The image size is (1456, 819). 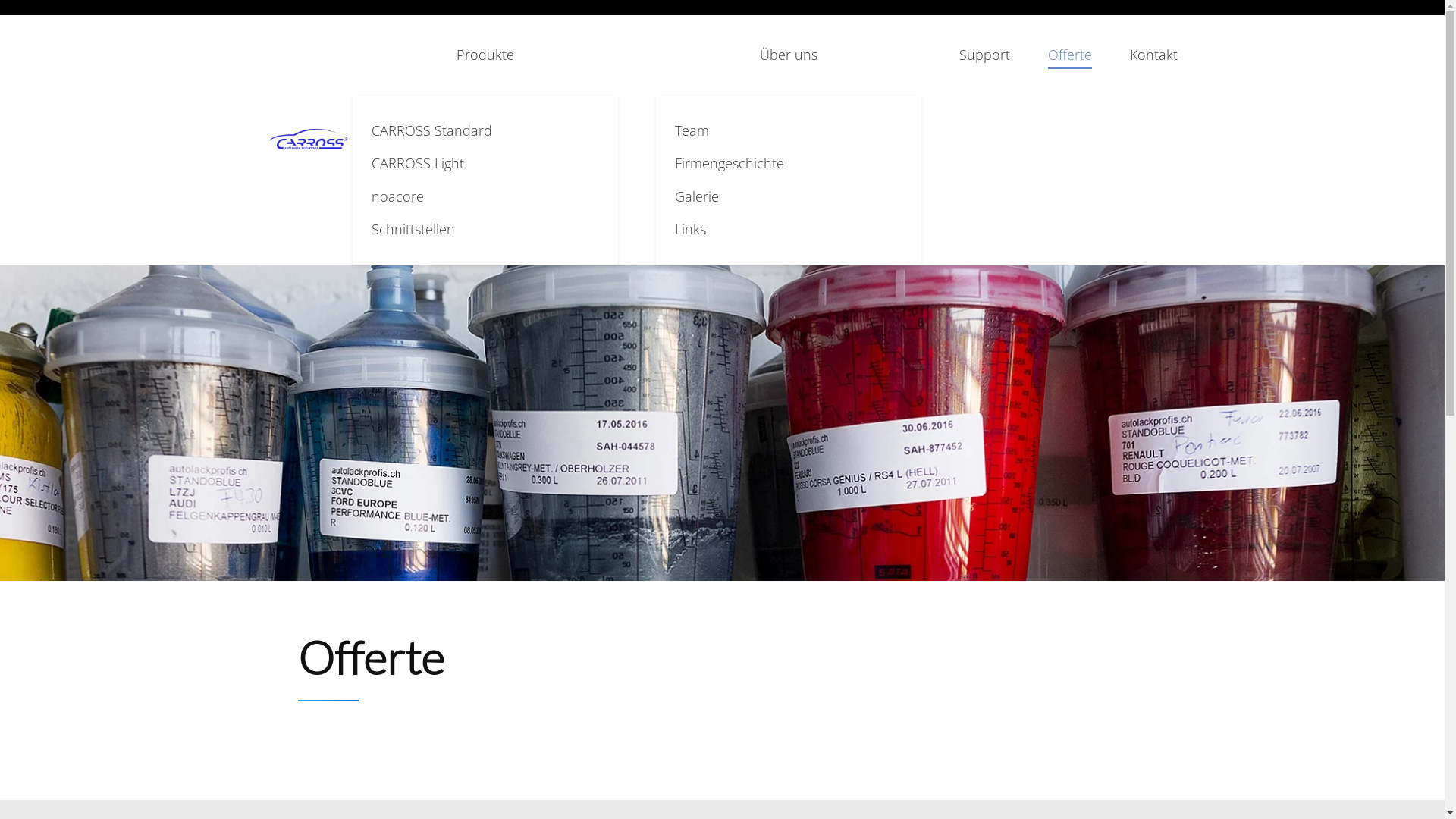 I want to click on 'Links', so click(x=789, y=229).